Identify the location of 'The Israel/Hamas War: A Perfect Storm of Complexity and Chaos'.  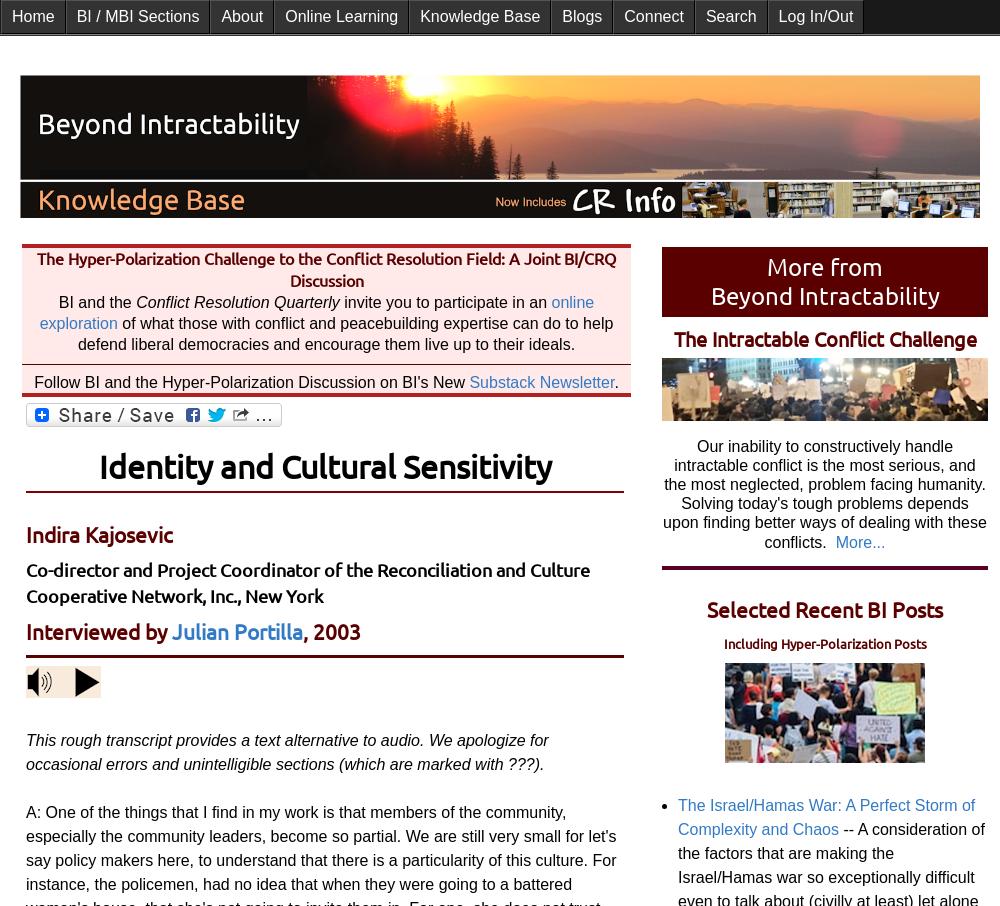
(825, 815).